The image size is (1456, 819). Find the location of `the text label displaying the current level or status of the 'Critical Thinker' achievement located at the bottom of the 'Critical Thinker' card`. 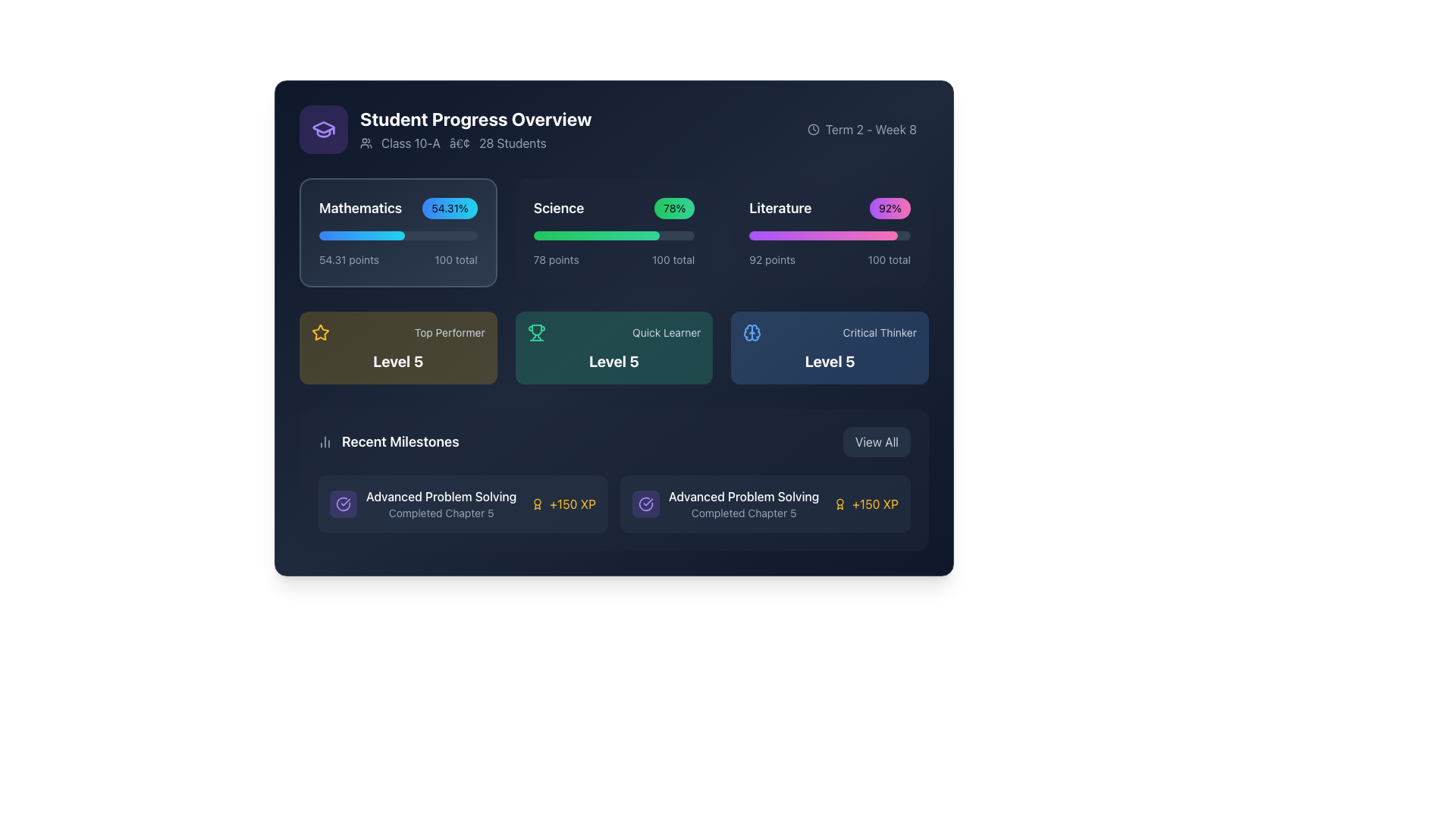

the text label displaying the current level or status of the 'Critical Thinker' achievement located at the bottom of the 'Critical Thinker' card is located at coordinates (829, 362).